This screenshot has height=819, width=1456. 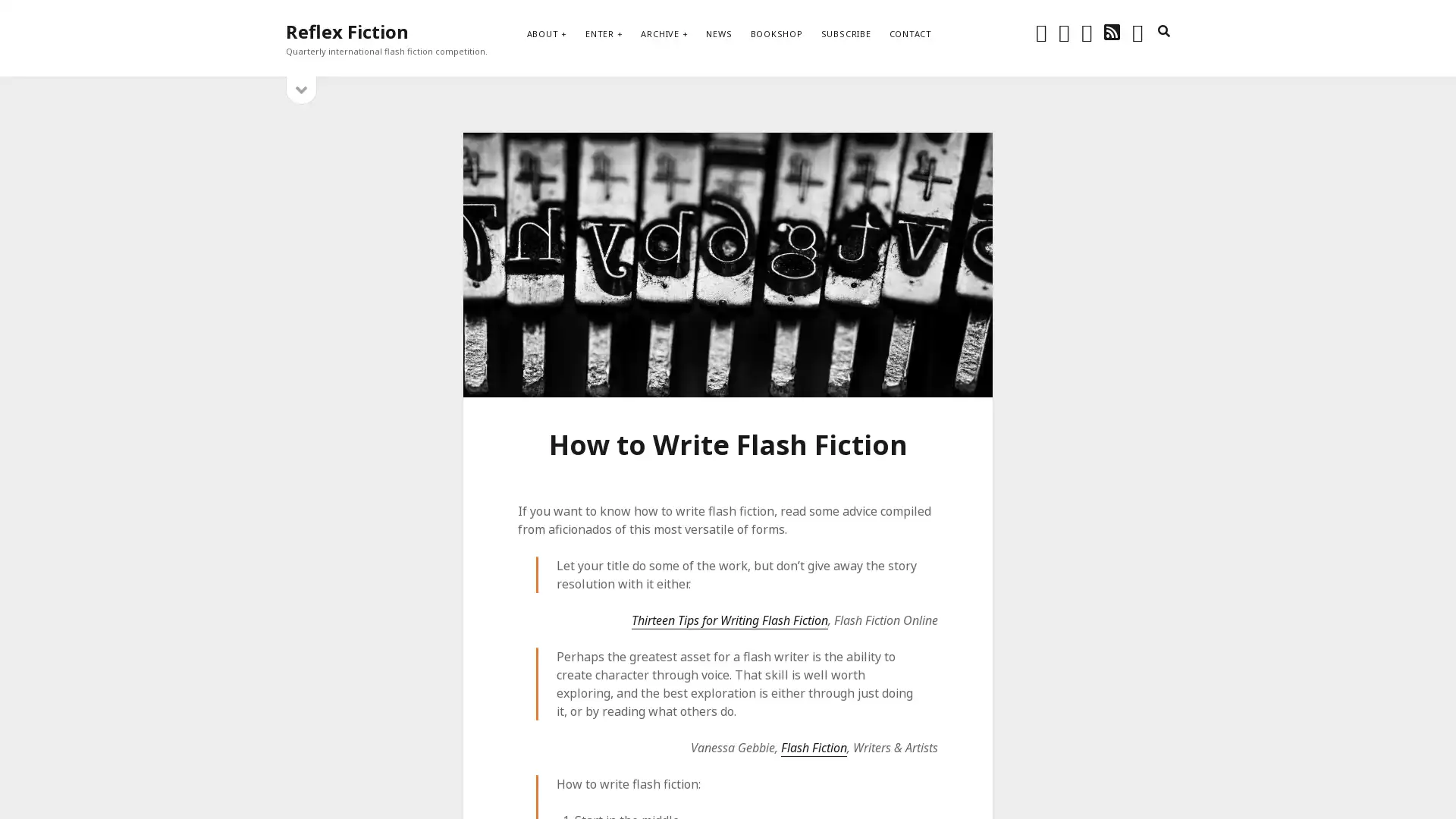 What do you see at coordinates (1163, 32) in the screenshot?
I see `search` at bounding box center [1163, 32].